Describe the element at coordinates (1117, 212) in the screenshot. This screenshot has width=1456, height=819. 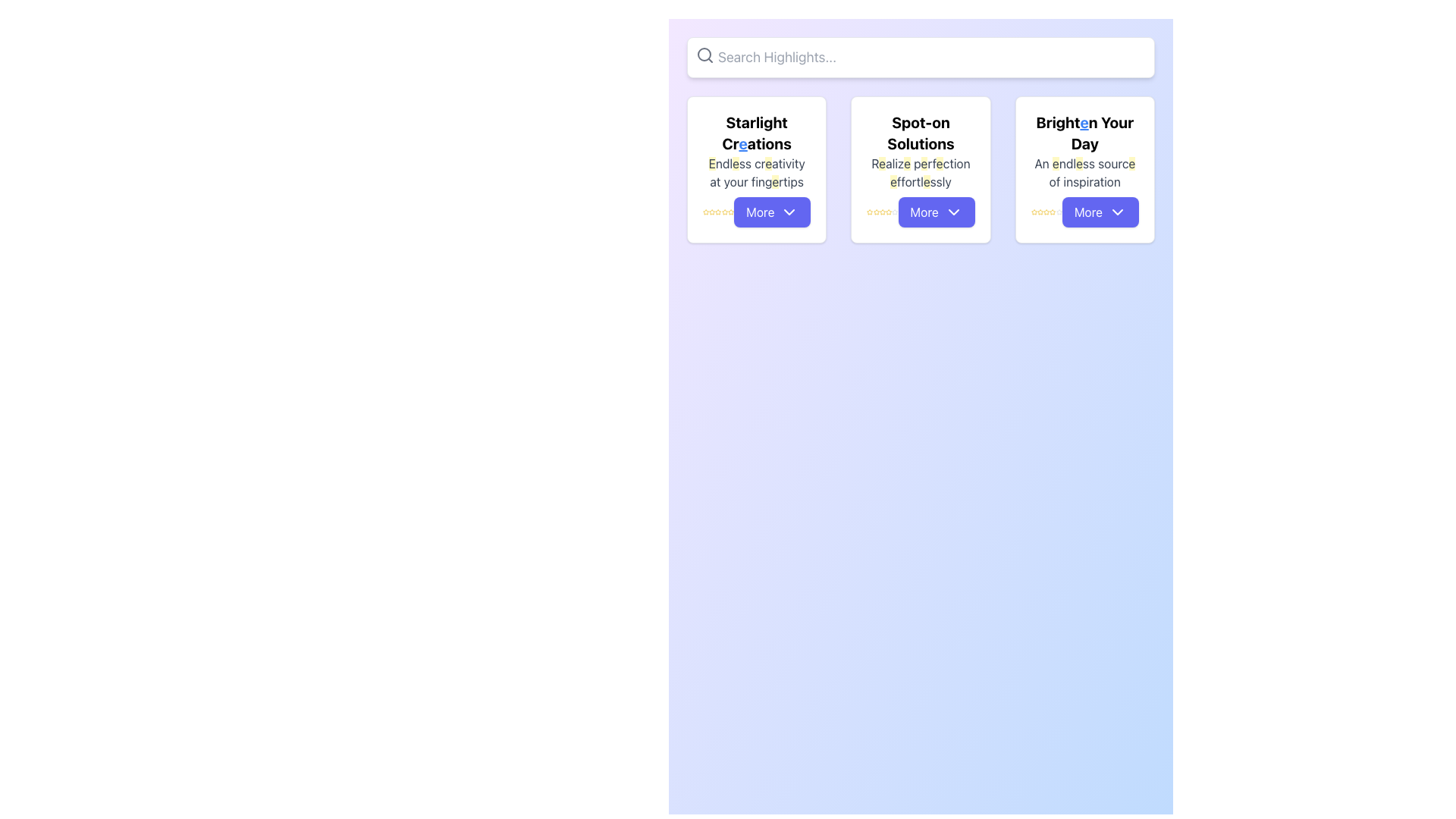
I see `the downward-facing chevron icon within the blue 'More' button located in the bottom section of the 'Brighten Your Day' card` at that location.